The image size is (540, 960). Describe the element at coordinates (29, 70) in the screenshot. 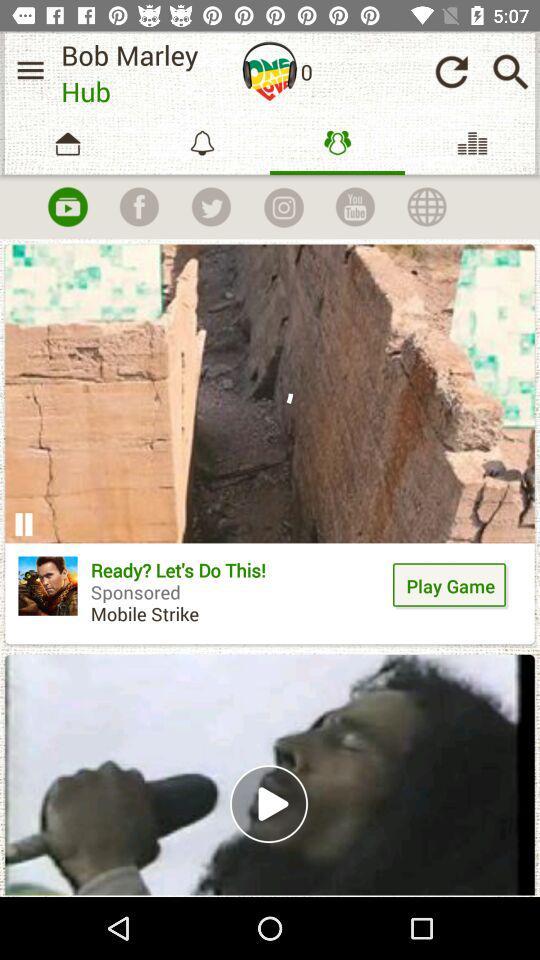

I see `the item next to bob marley icon` at that location.